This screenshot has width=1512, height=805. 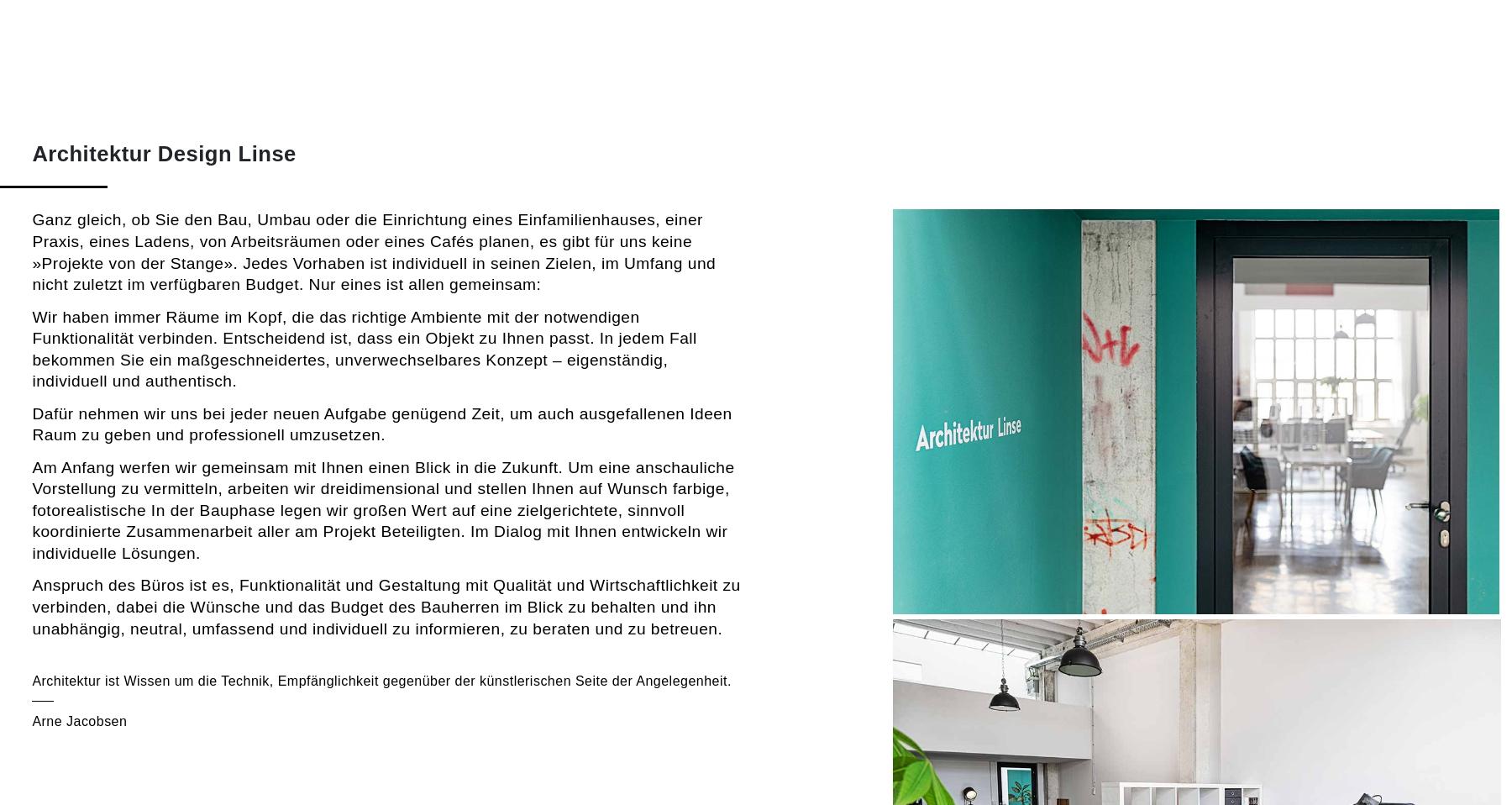 I want to click on 'Um- und Ausbau eines Waschhaus- und Stallgebäudes zu barrierefreiem Wohnraum (Privater Auftraggeber)', so click(x=30, y=593).